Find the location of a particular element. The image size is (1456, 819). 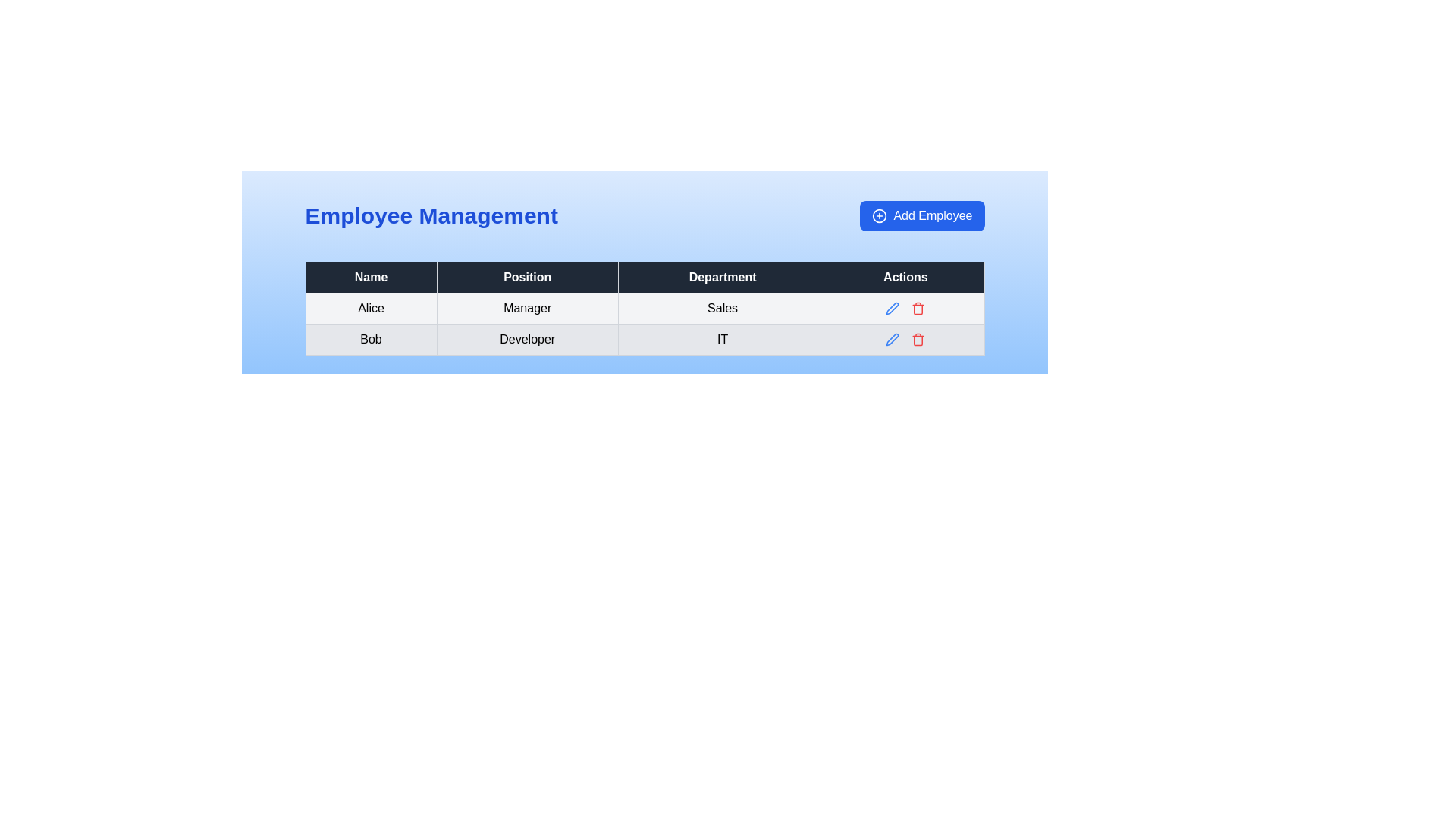

the central segment of the trash bin icon, which is part of the employee management interface located on the right end of the 'Actions' column is located at coordinates (918, 340).